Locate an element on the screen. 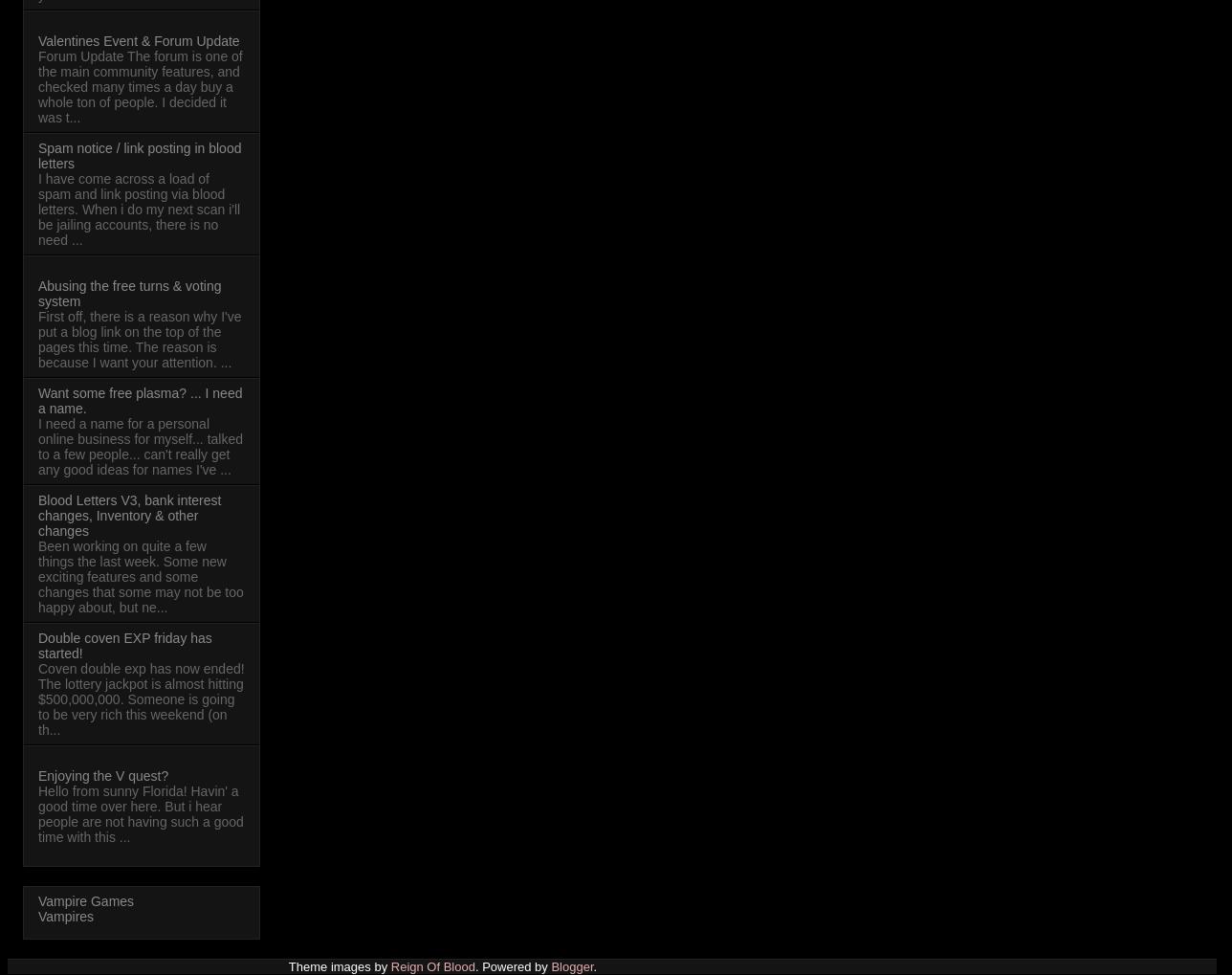 This screenshot has height=975, width=1232. '.' is located at coordinates (593, 965).